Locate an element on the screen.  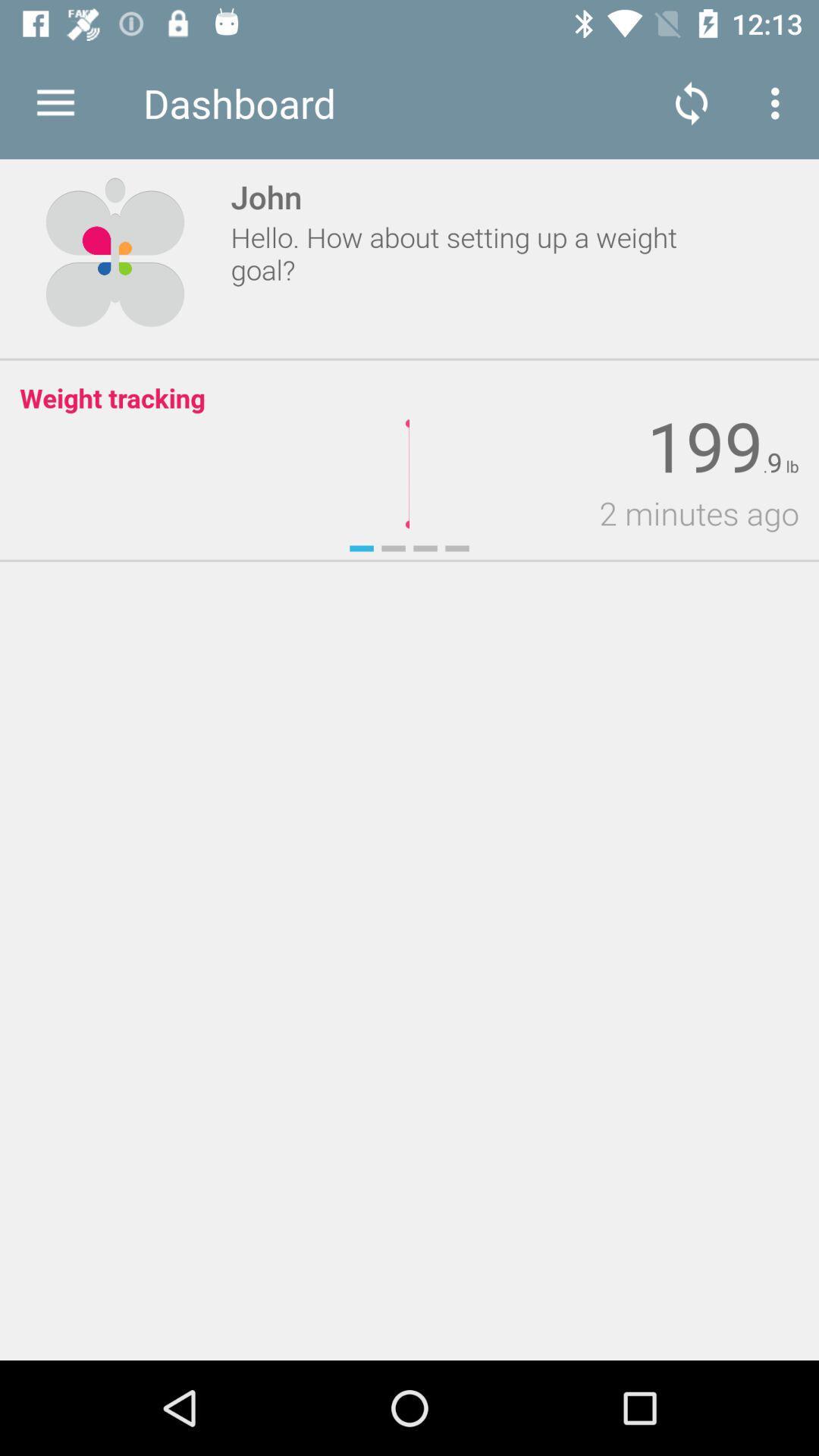
the app next to the . icon is located at coordinates (774, 462).